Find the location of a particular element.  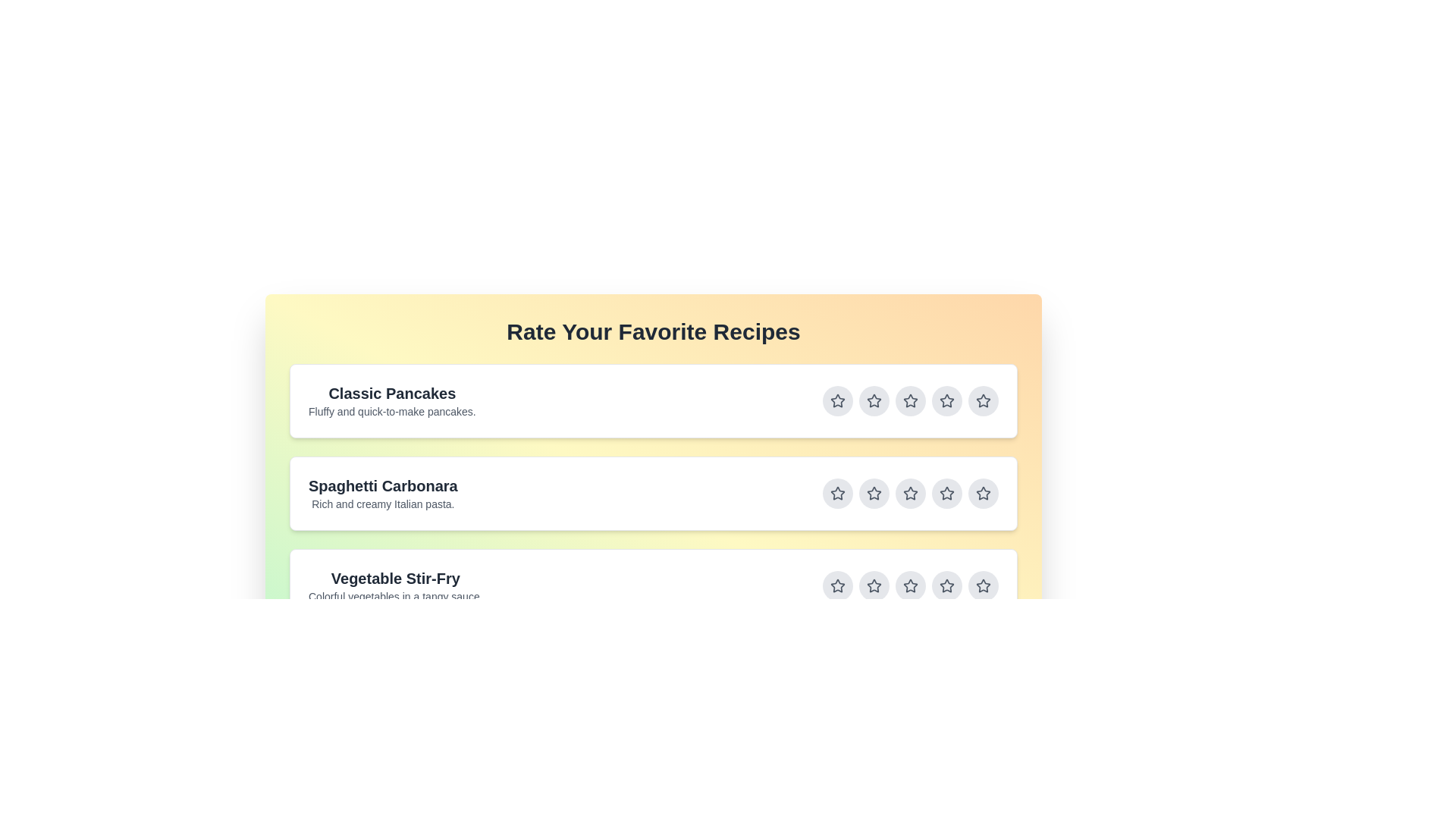

the star button corresponding to 1 stars for the recipe titled Spaghetti Carbonara is located at coordinates (836, 494).